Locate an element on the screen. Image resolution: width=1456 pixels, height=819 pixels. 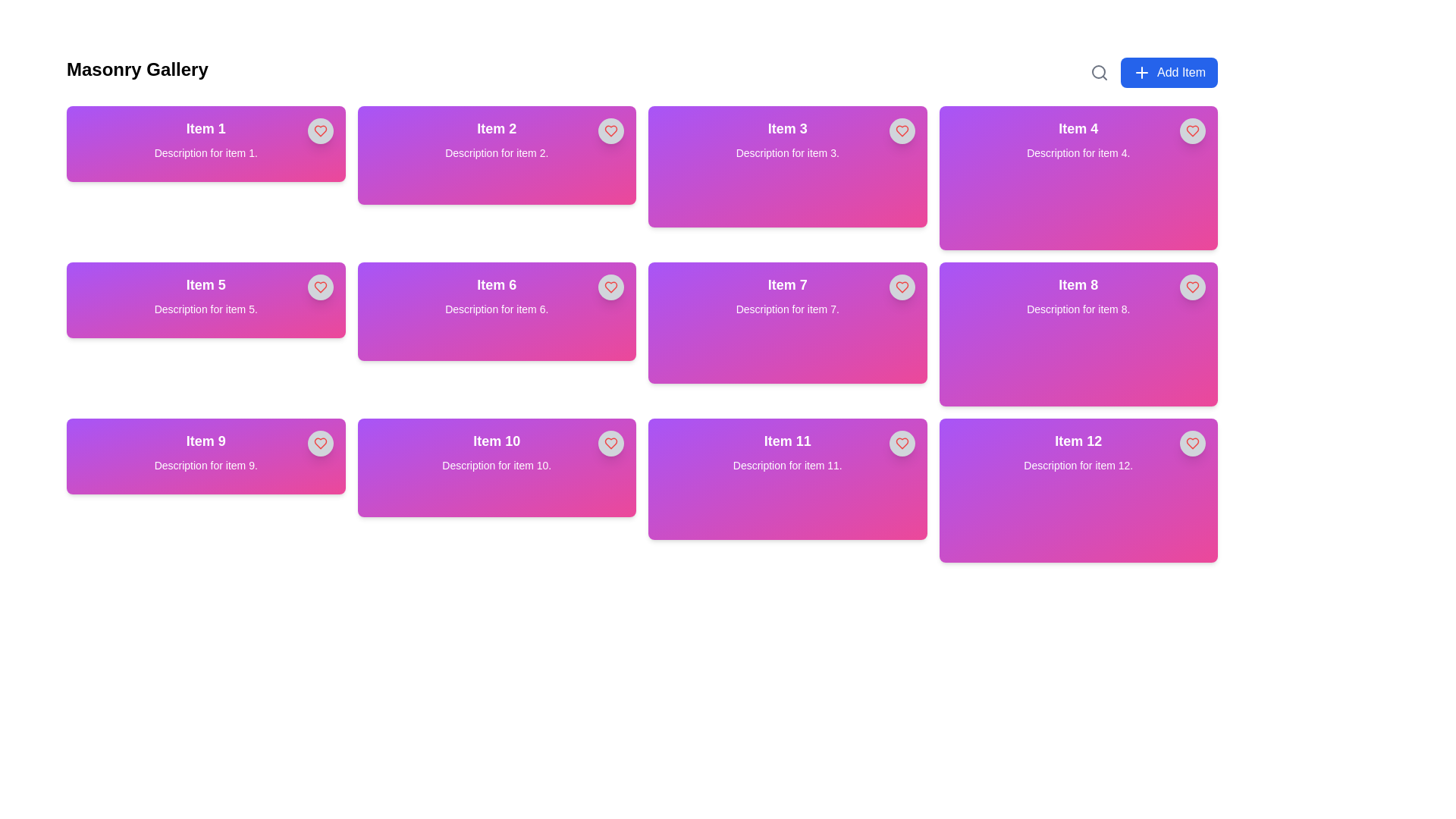
the heart-shaped outline icon in the header section of the card labeled 'Item 11' is located at coordinates (902, 444).